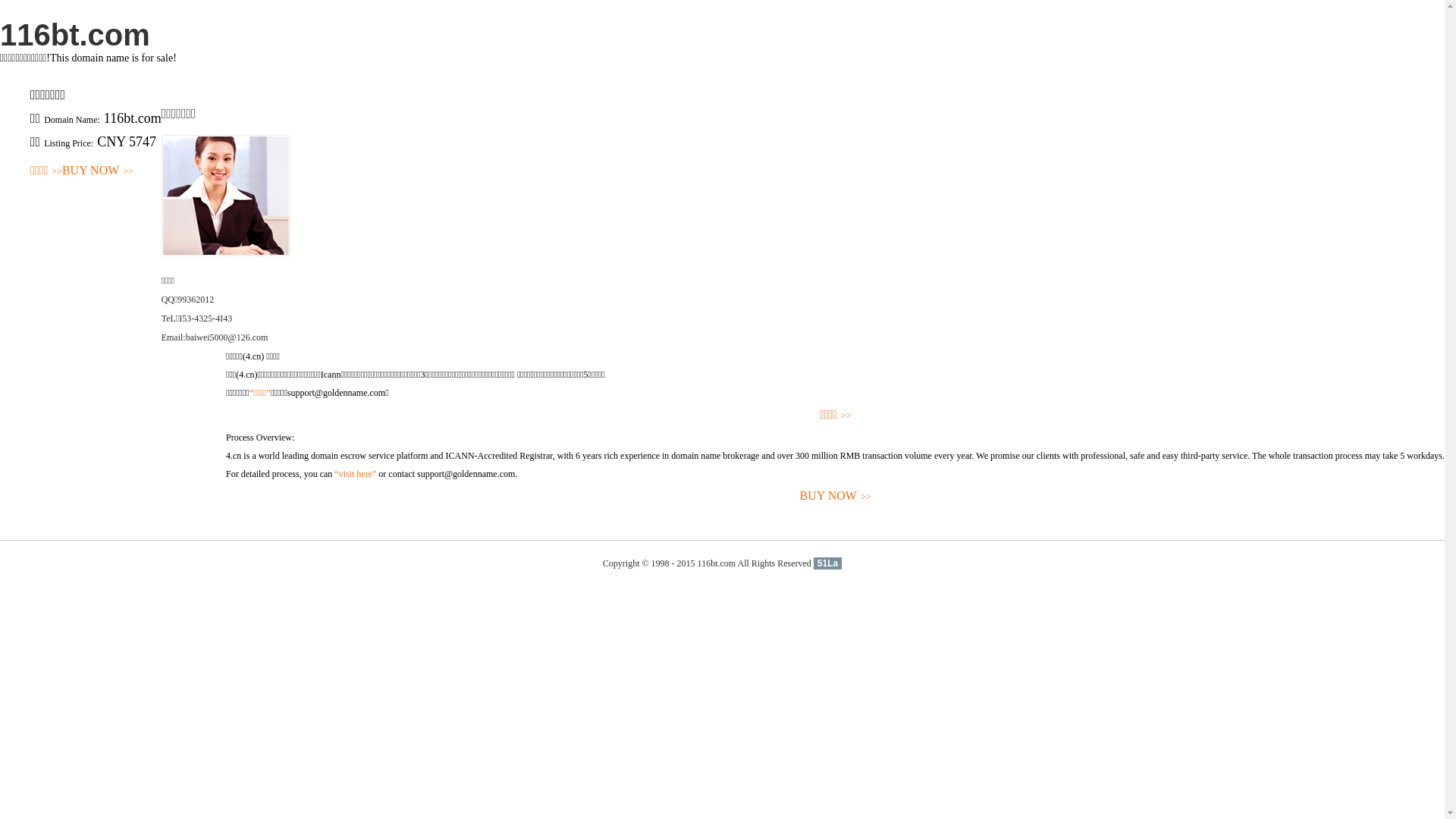 This screenshot has width=1456, height=819. What do you see at coordinates (97, 171) in the screenshot?
I see `'BUY NOW>>'` at bounding box center [97, 171].